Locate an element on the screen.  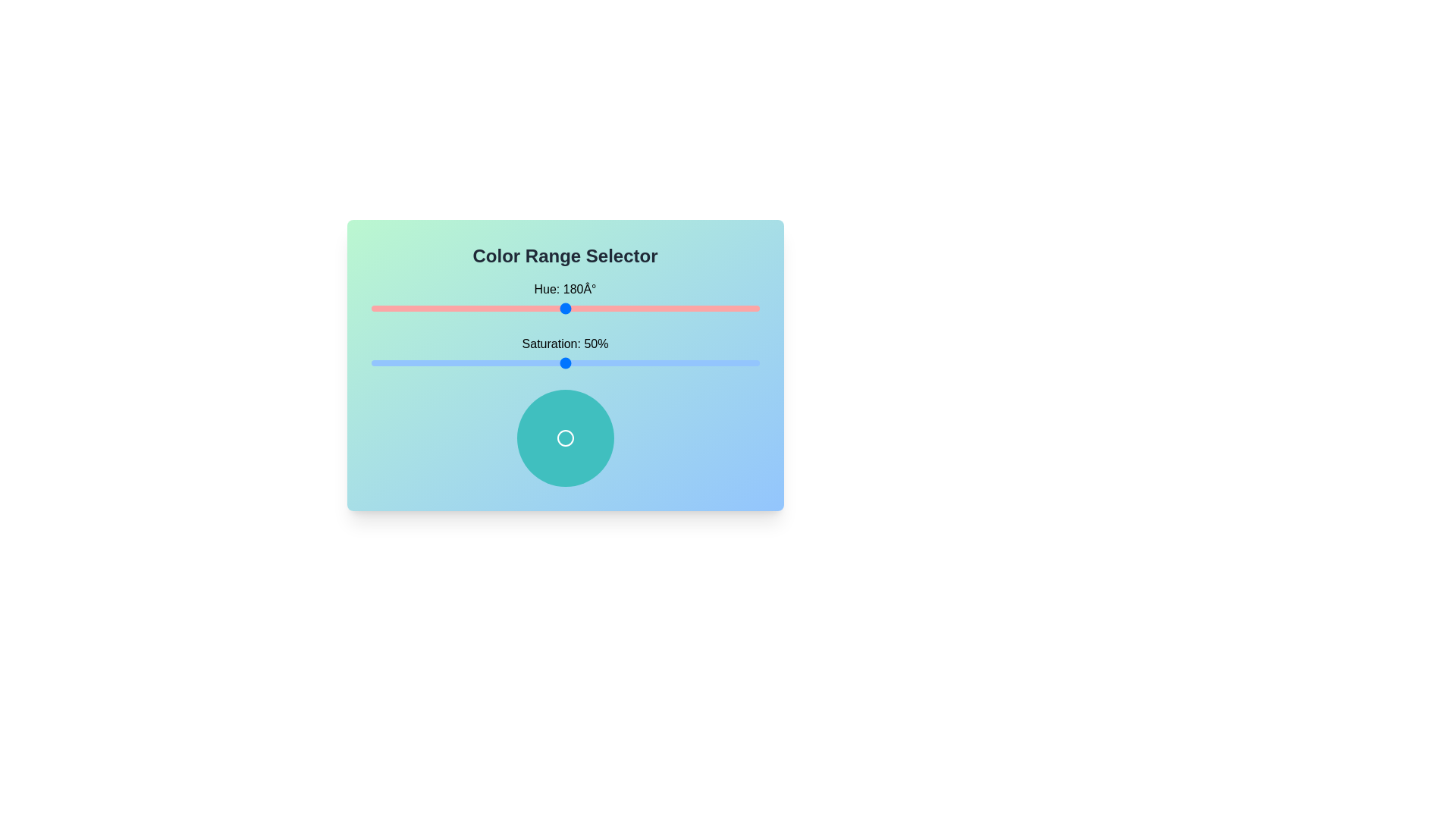
the saturation slider to set the saturation to 93% is located at coordinates (732, 362).